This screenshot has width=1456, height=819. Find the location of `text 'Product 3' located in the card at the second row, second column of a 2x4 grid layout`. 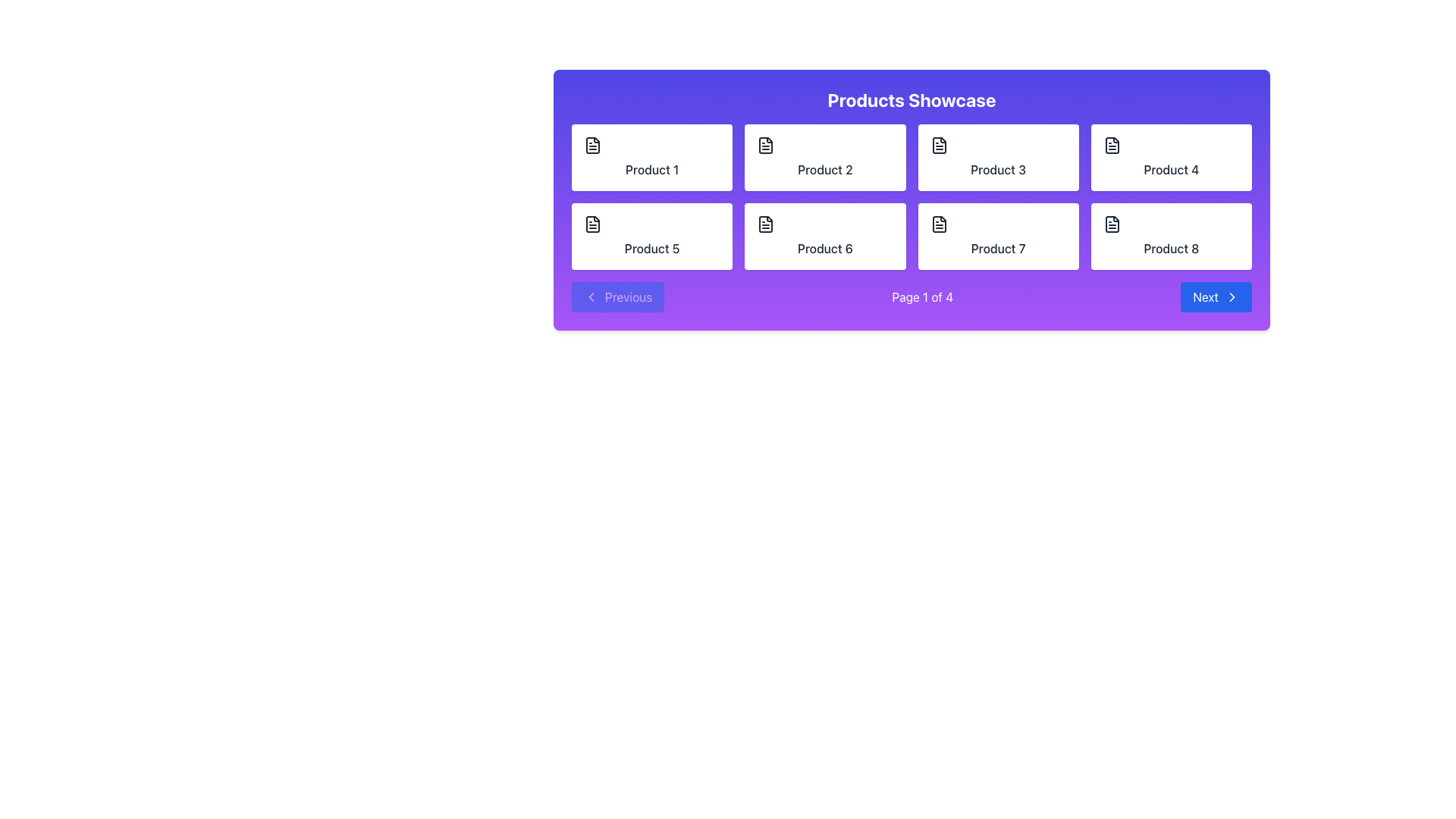

text 'Product 3' located in the card at the second row, second column of a 2x4 grid layout is located at coordinates (998, 169).